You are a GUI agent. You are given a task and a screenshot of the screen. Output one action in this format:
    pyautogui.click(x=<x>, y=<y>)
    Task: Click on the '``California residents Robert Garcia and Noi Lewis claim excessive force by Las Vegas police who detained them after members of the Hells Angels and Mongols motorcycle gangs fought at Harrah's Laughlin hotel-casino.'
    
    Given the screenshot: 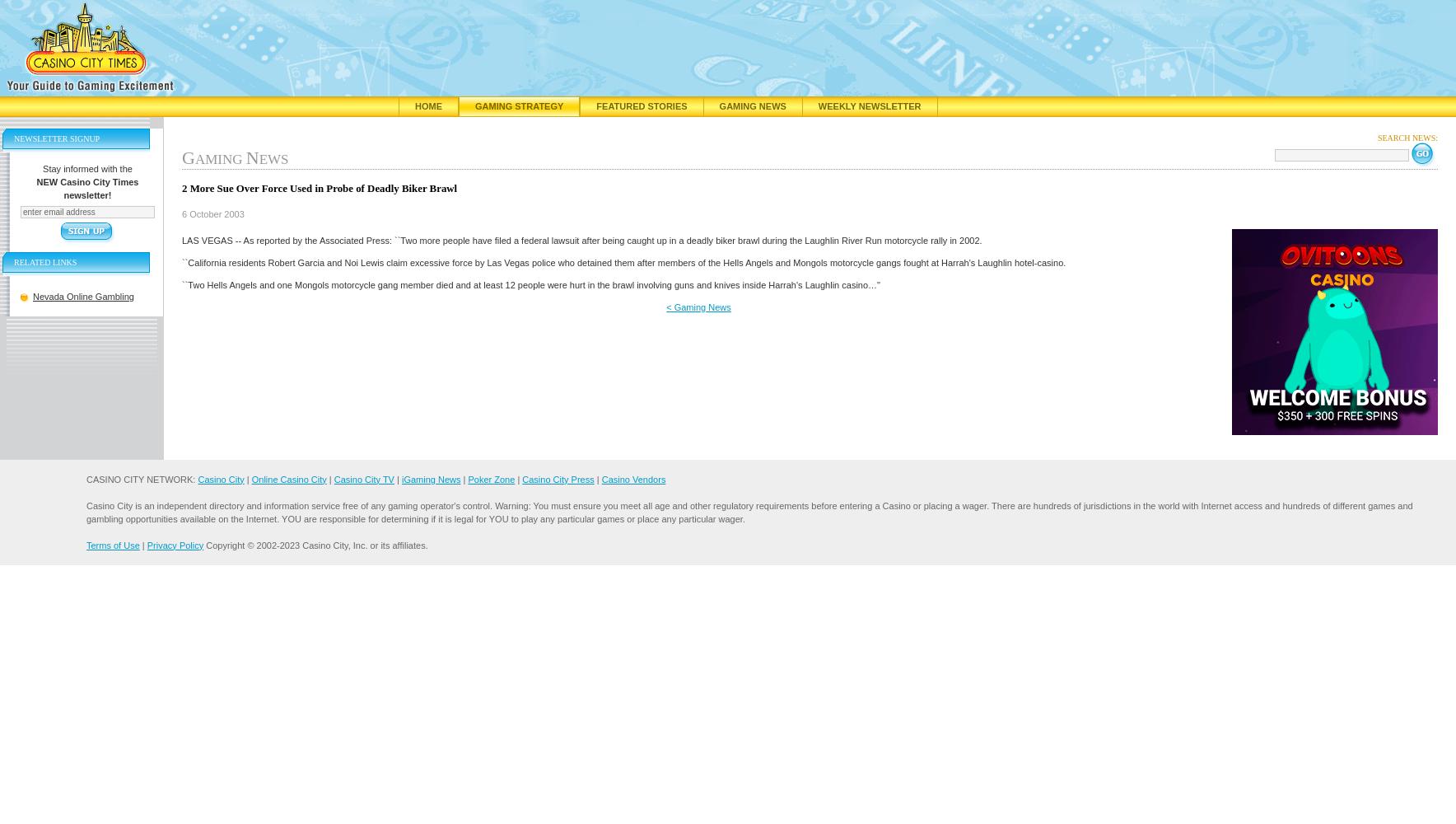 What is the action you would take?
    pyautogui.click(x=623, y=261)
    